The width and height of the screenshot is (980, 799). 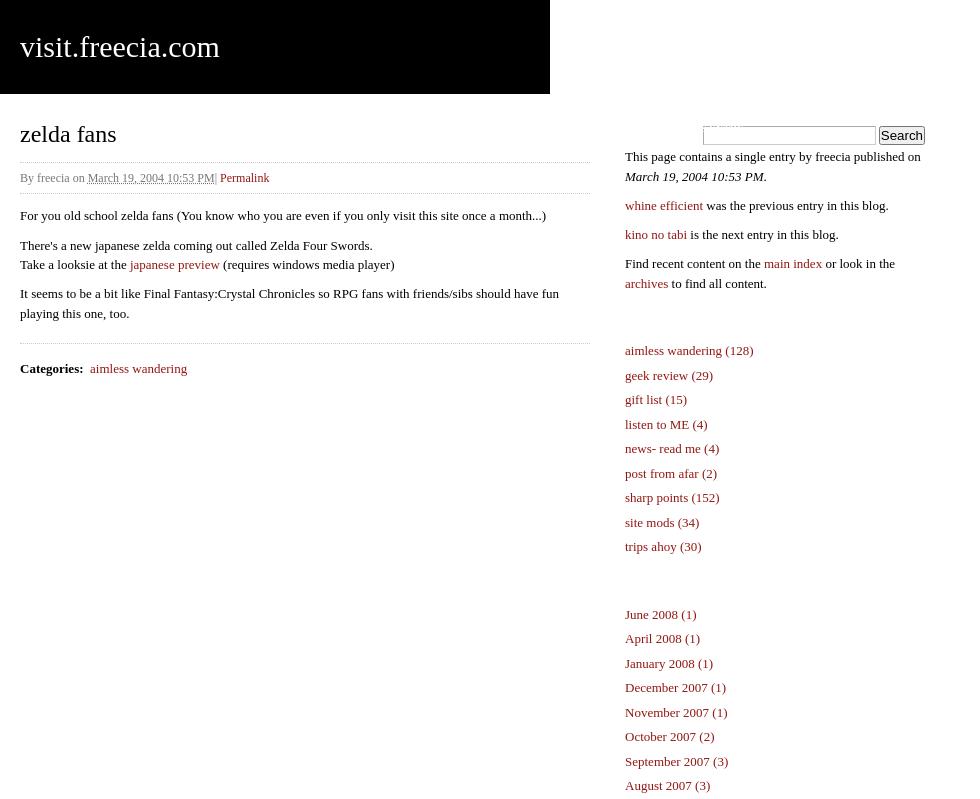 I want to click on 'January 2008 (1)', so click(x=625, y=661).